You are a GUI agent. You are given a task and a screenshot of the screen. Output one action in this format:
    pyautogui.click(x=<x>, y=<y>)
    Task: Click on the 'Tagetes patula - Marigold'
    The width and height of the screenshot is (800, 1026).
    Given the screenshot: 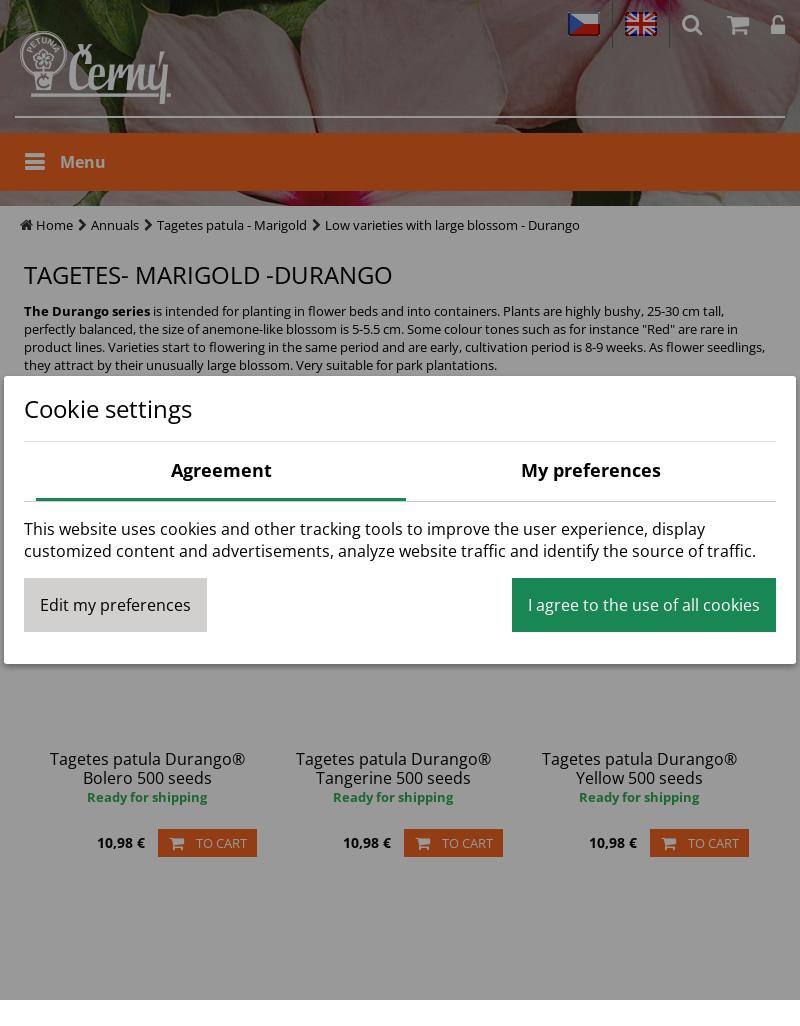 What is the action you would take?
    pyautogui.click(x=157, y=225)
    